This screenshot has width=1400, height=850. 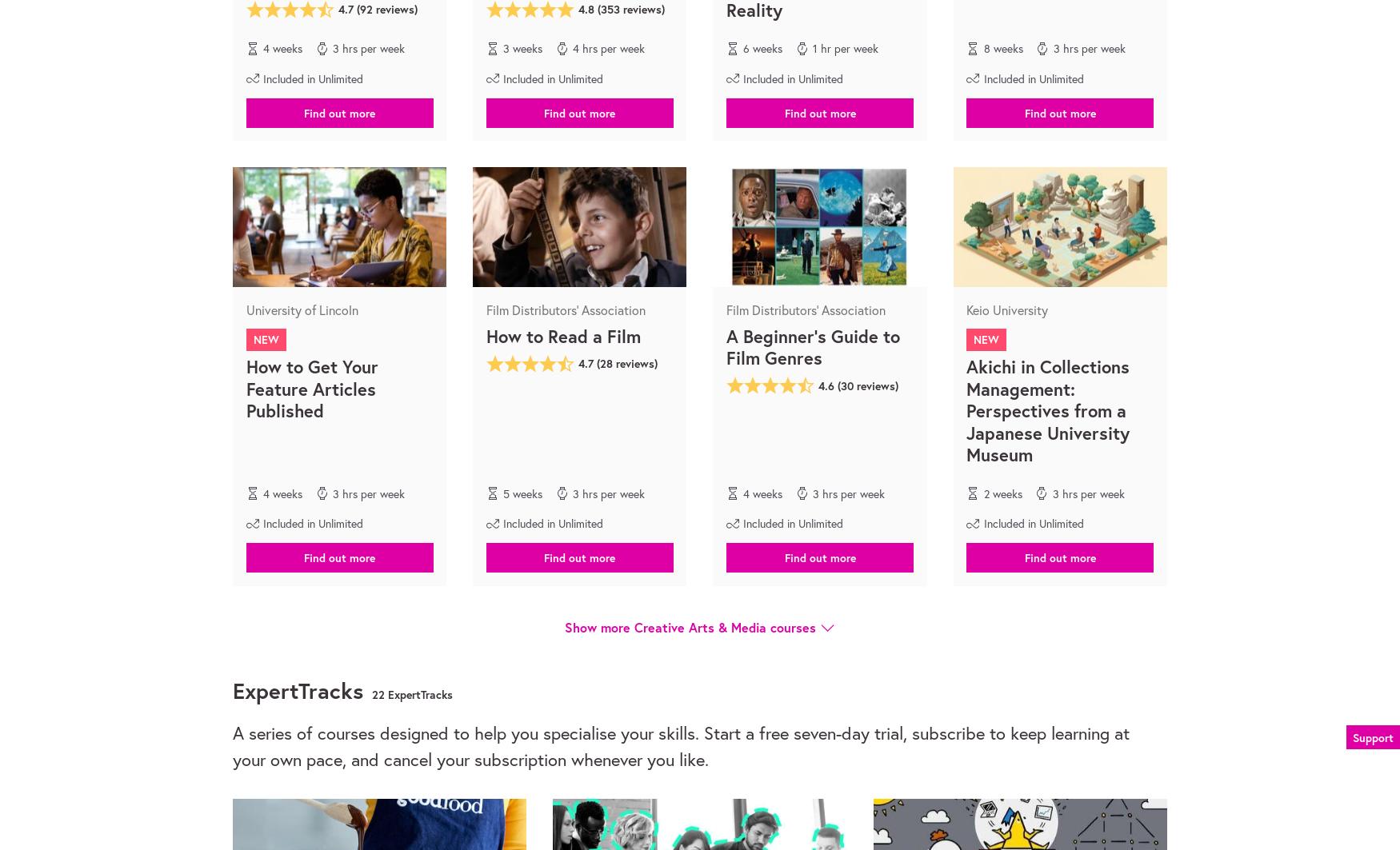 What do you see at coordinates (522, 492) in the screenshot?
I see `'5 weeks'` at bounding box center [522, 492].